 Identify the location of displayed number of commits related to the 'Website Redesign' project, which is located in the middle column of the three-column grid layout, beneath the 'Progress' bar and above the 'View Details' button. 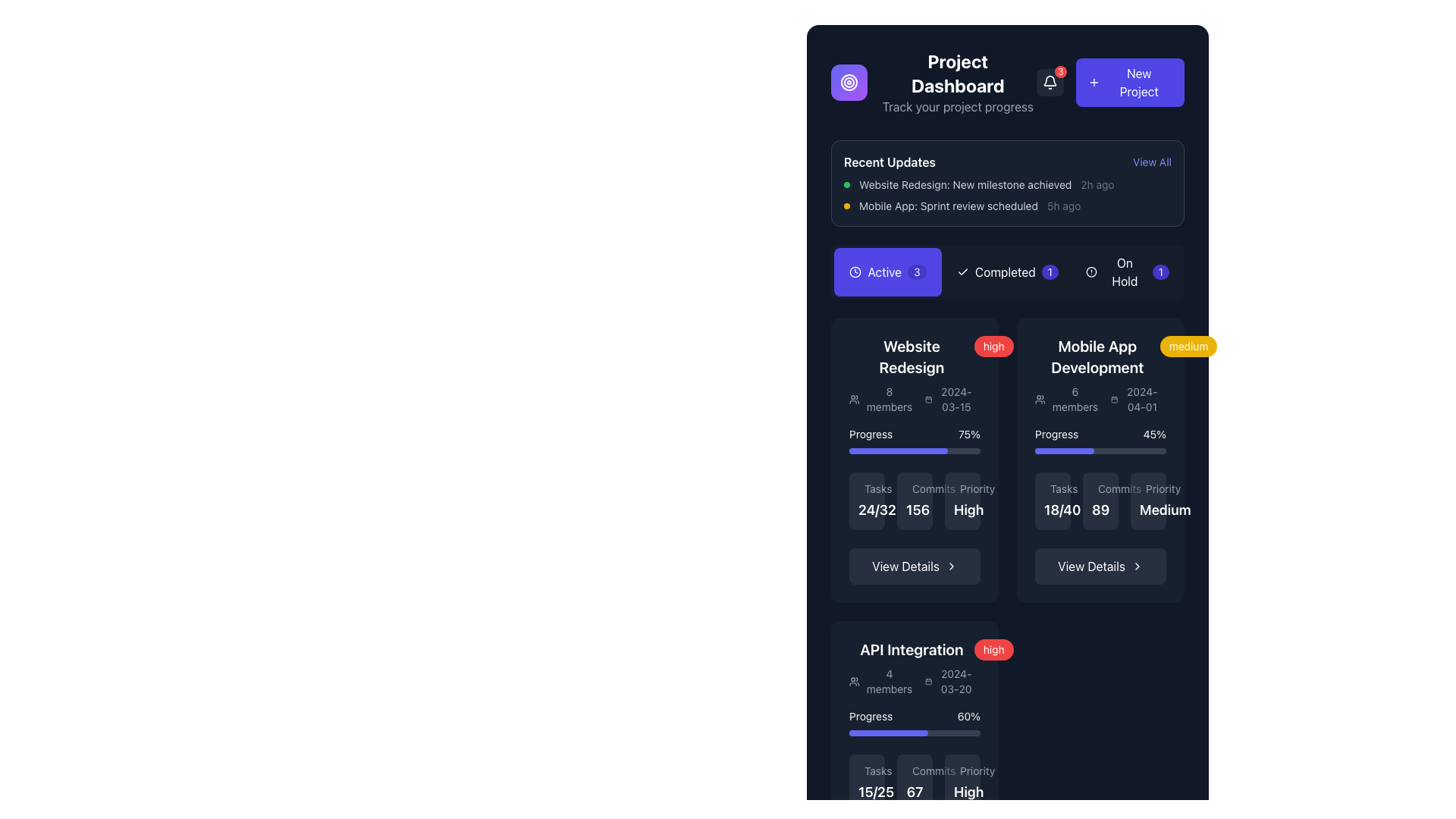
(914, 500).